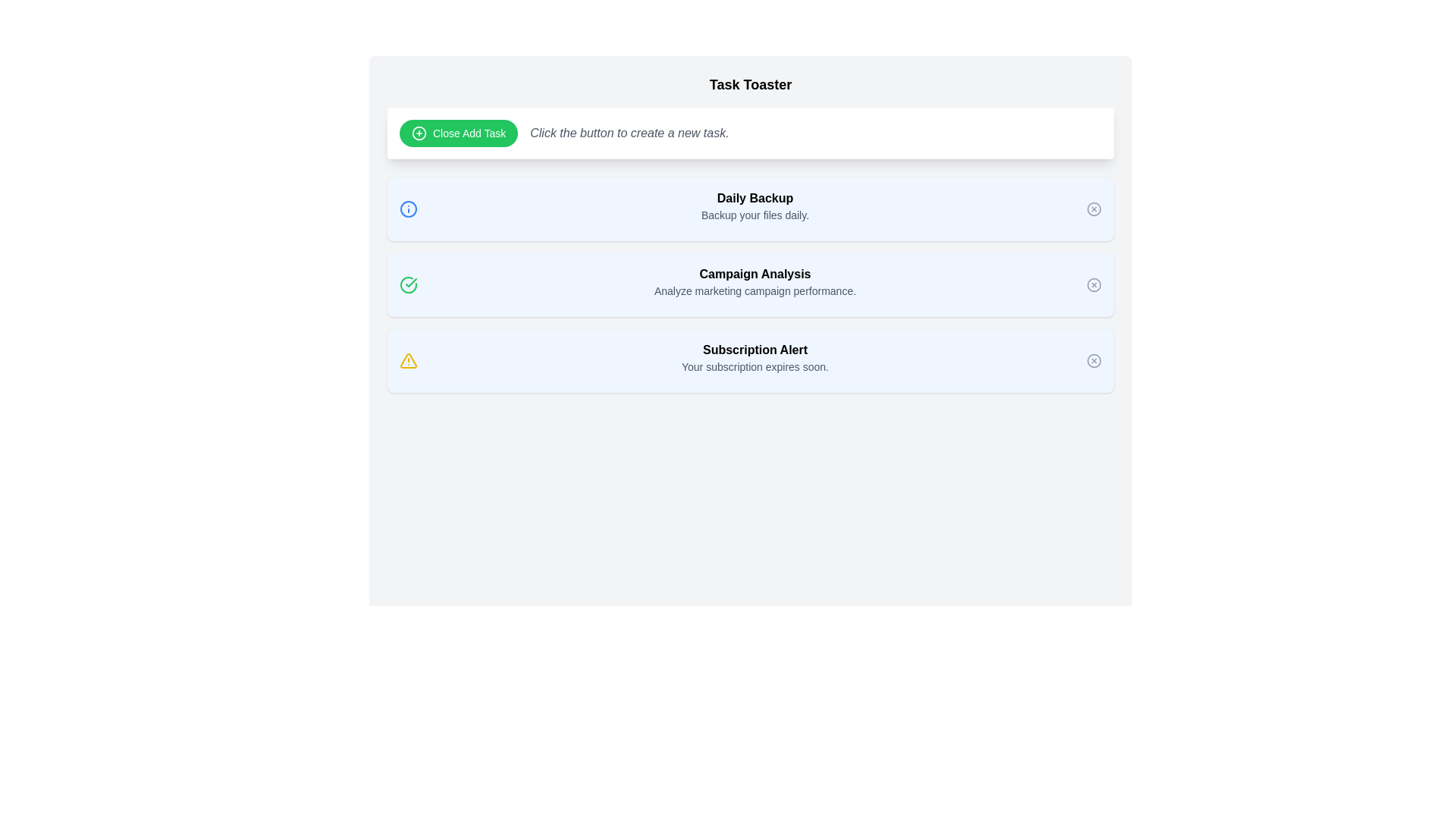 The height and width of the screenshot is (819, 1456). Describe the element at coordinates (1094, 284) in the screenshot. I see `the SVG circle element that serves as part of the 'close' icon` at that location.